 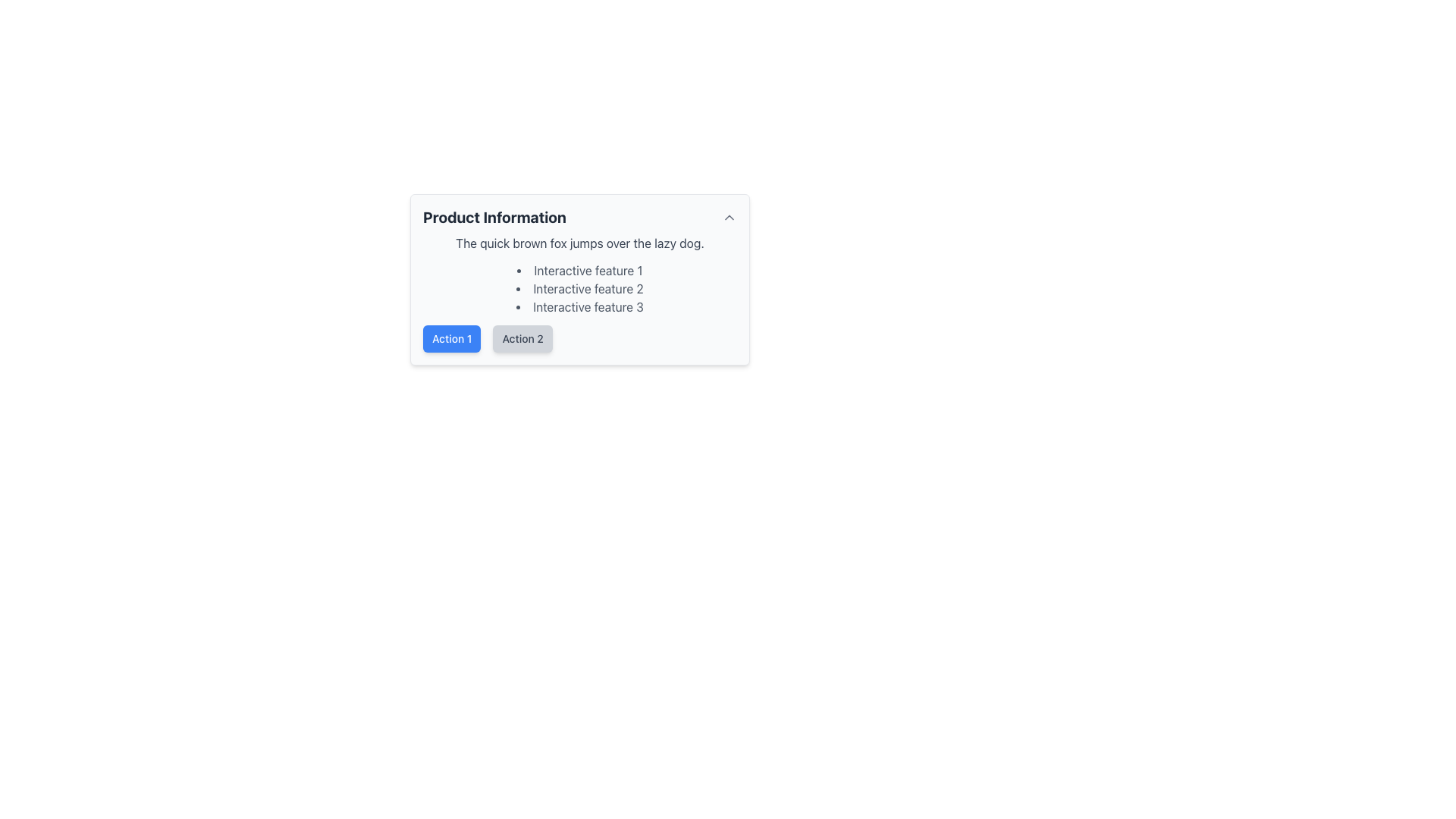 I want to click on the bold text label reading 'Product Information' located at the top left of the content card, so click(x=494, y=217).